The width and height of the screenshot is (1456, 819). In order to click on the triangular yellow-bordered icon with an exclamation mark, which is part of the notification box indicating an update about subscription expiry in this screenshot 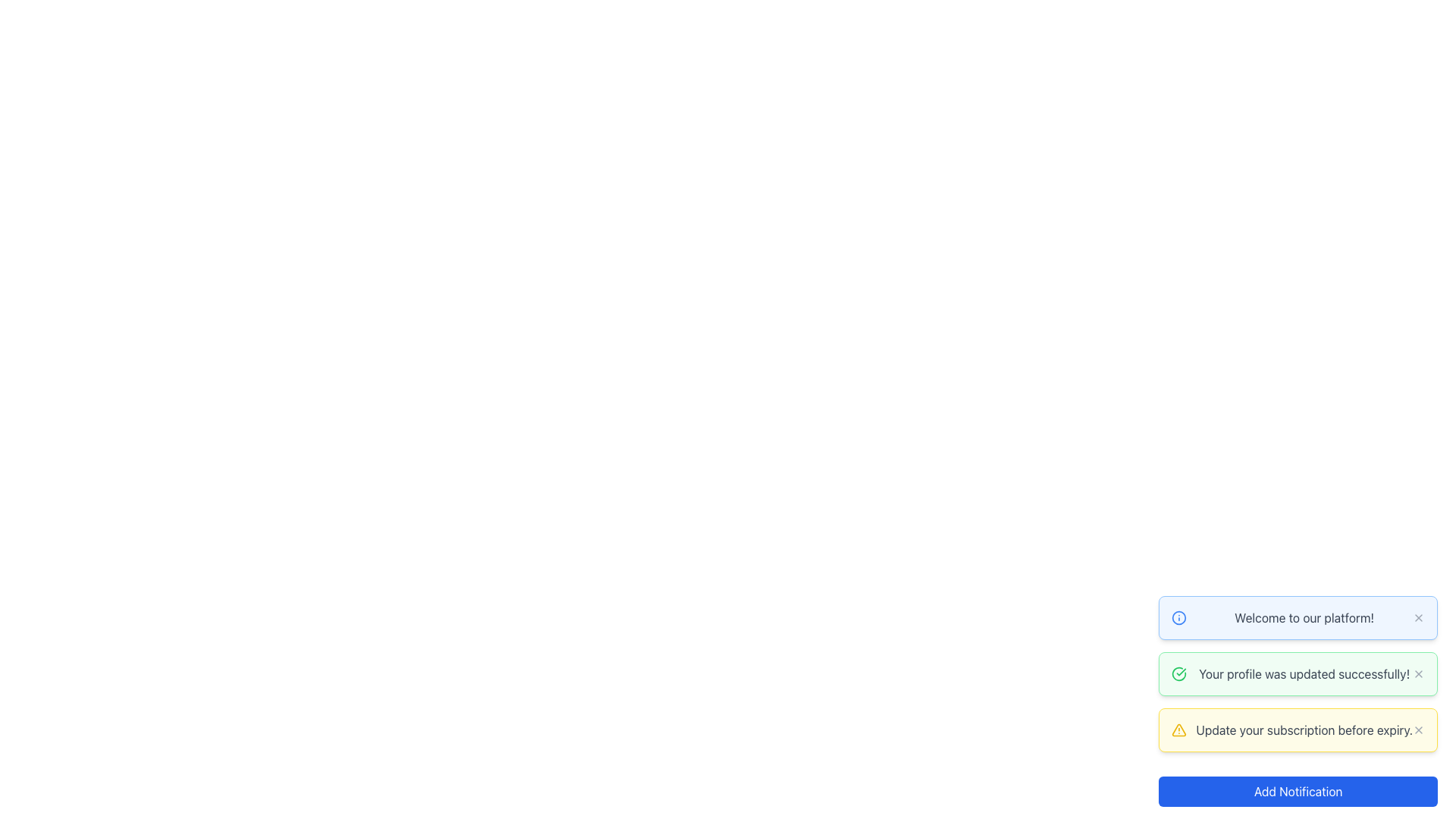, I will do `click(1178, 730)`.